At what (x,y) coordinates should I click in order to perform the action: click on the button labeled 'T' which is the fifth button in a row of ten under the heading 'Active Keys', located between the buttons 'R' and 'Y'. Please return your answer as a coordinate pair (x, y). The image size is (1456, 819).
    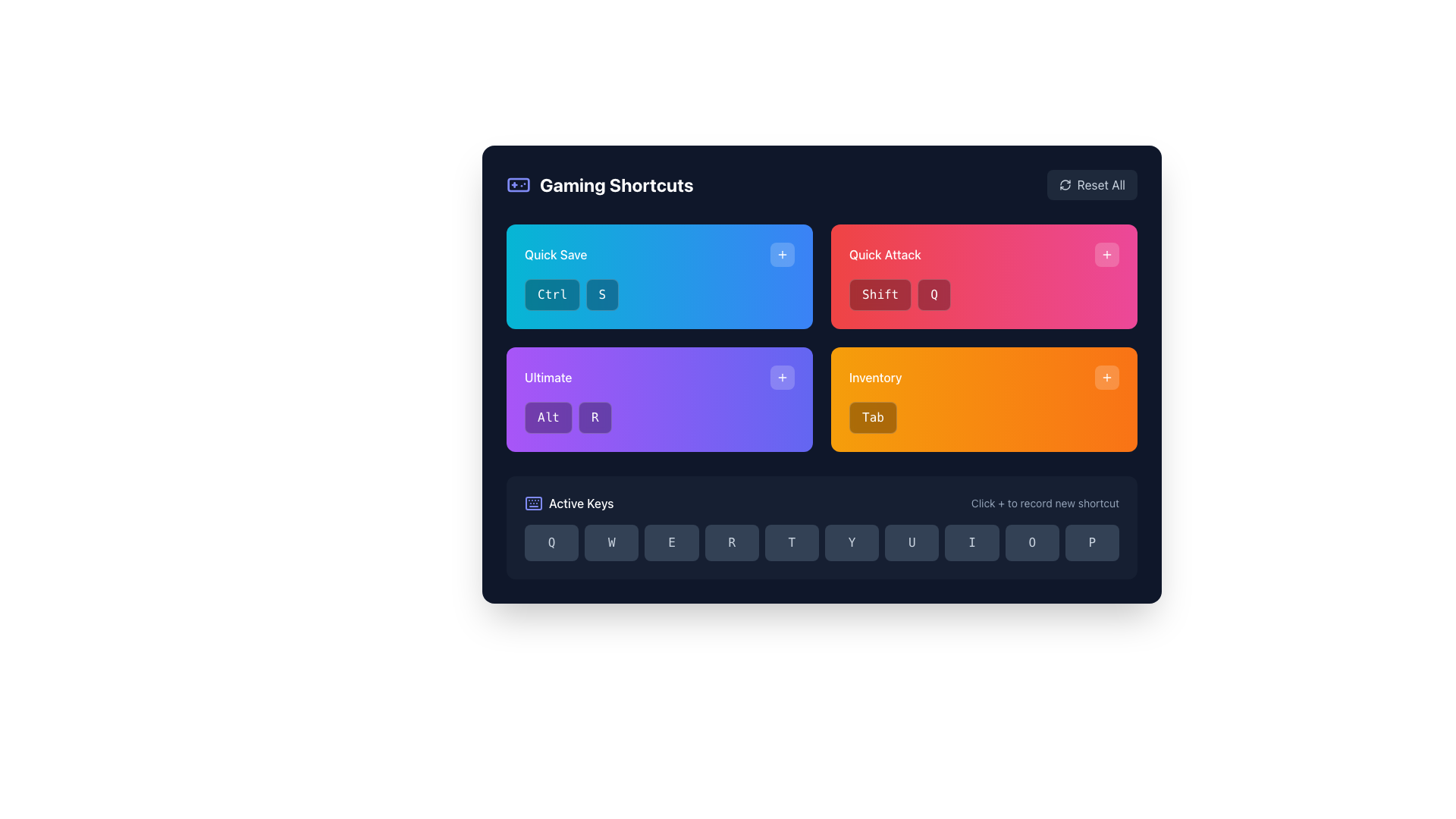
    Looking at the image, I should click on (791, 542).